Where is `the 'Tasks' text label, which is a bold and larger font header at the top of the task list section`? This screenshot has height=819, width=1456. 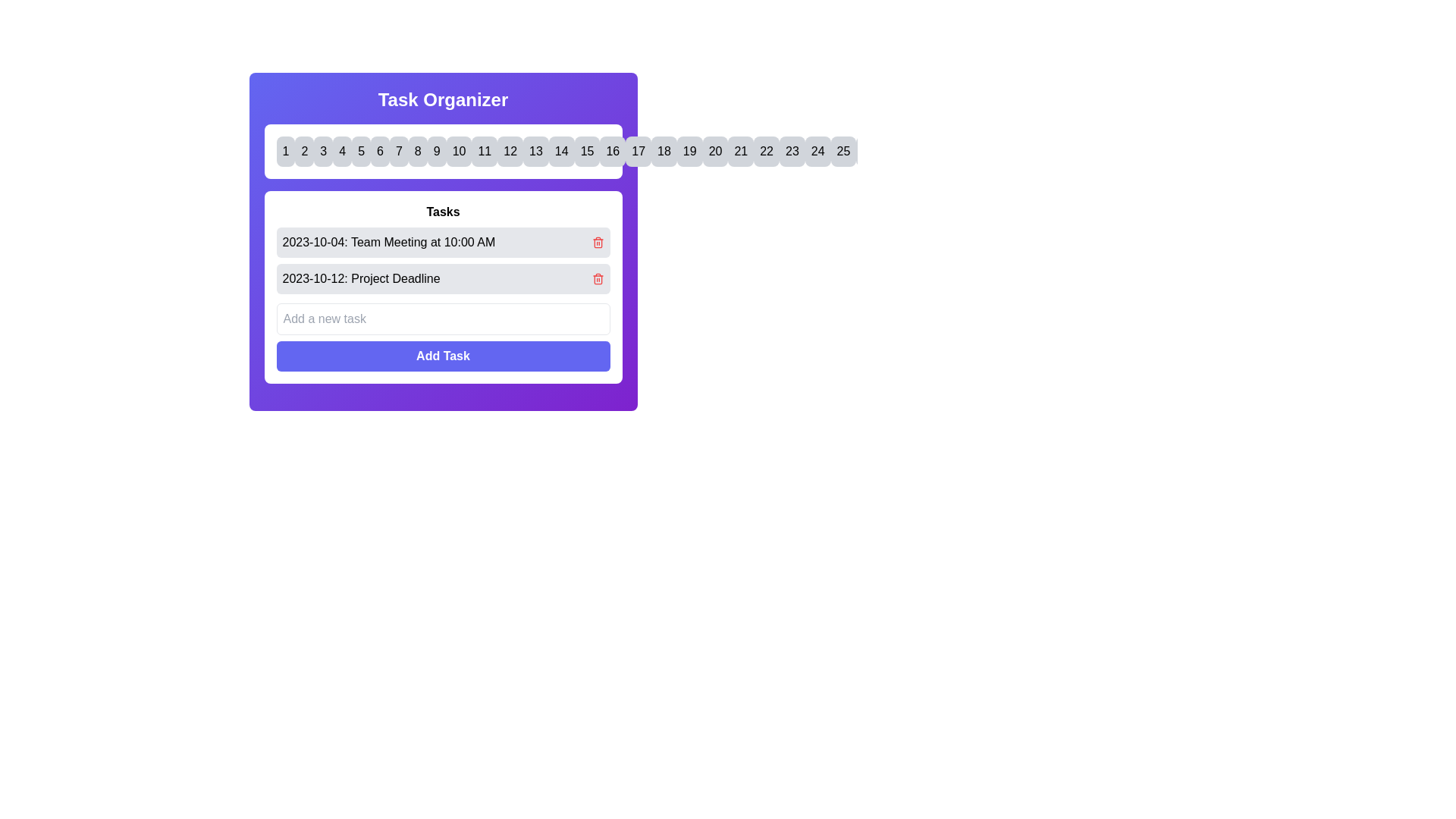
the 'Tasks' text label, which is a bold and larger font header at the top of the task list section is located at coordinates (442, 212).